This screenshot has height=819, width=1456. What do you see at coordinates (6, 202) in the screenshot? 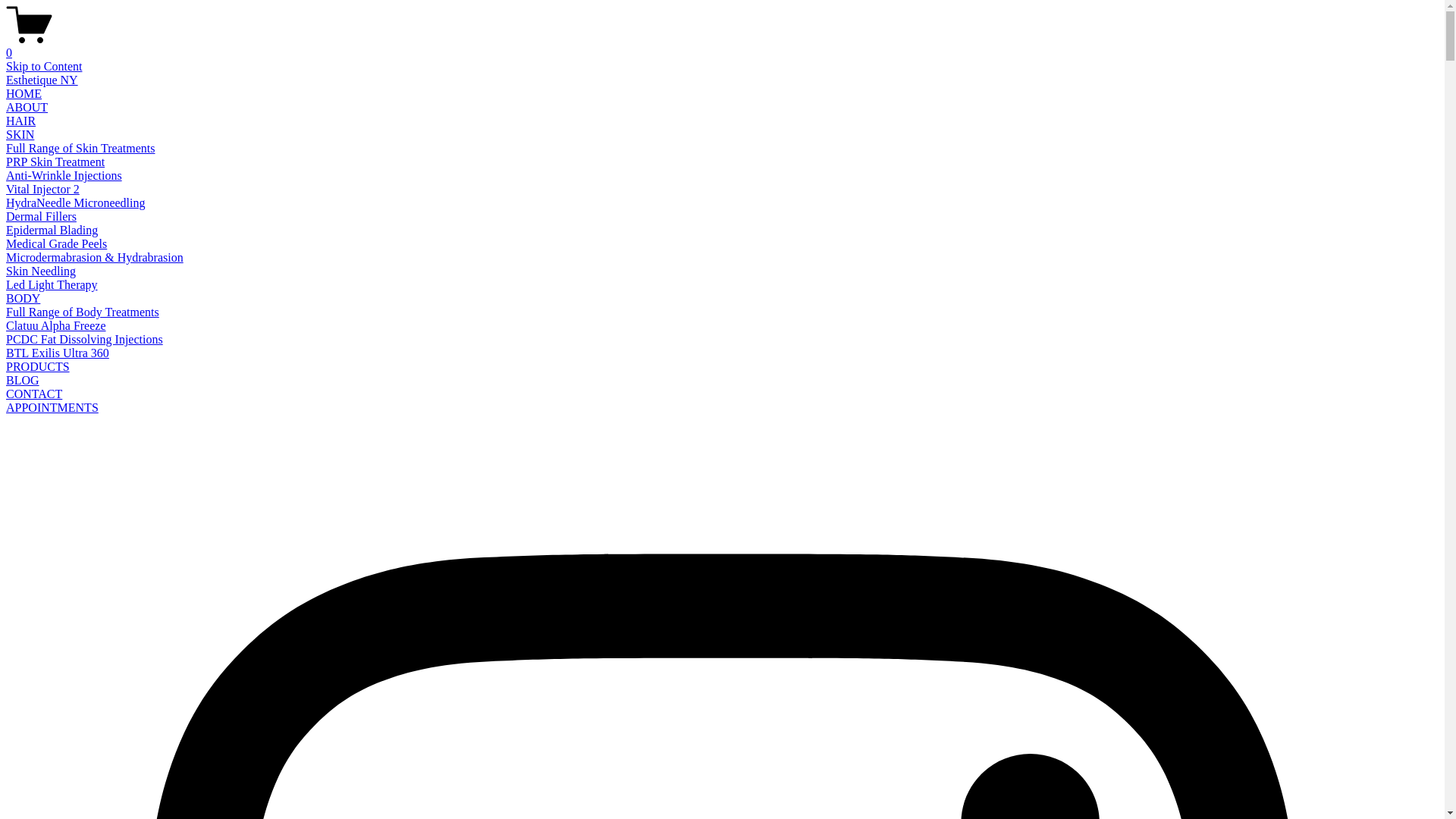
I see `'HydraNeedle Microneedling'` at bounding box center [6, 202].